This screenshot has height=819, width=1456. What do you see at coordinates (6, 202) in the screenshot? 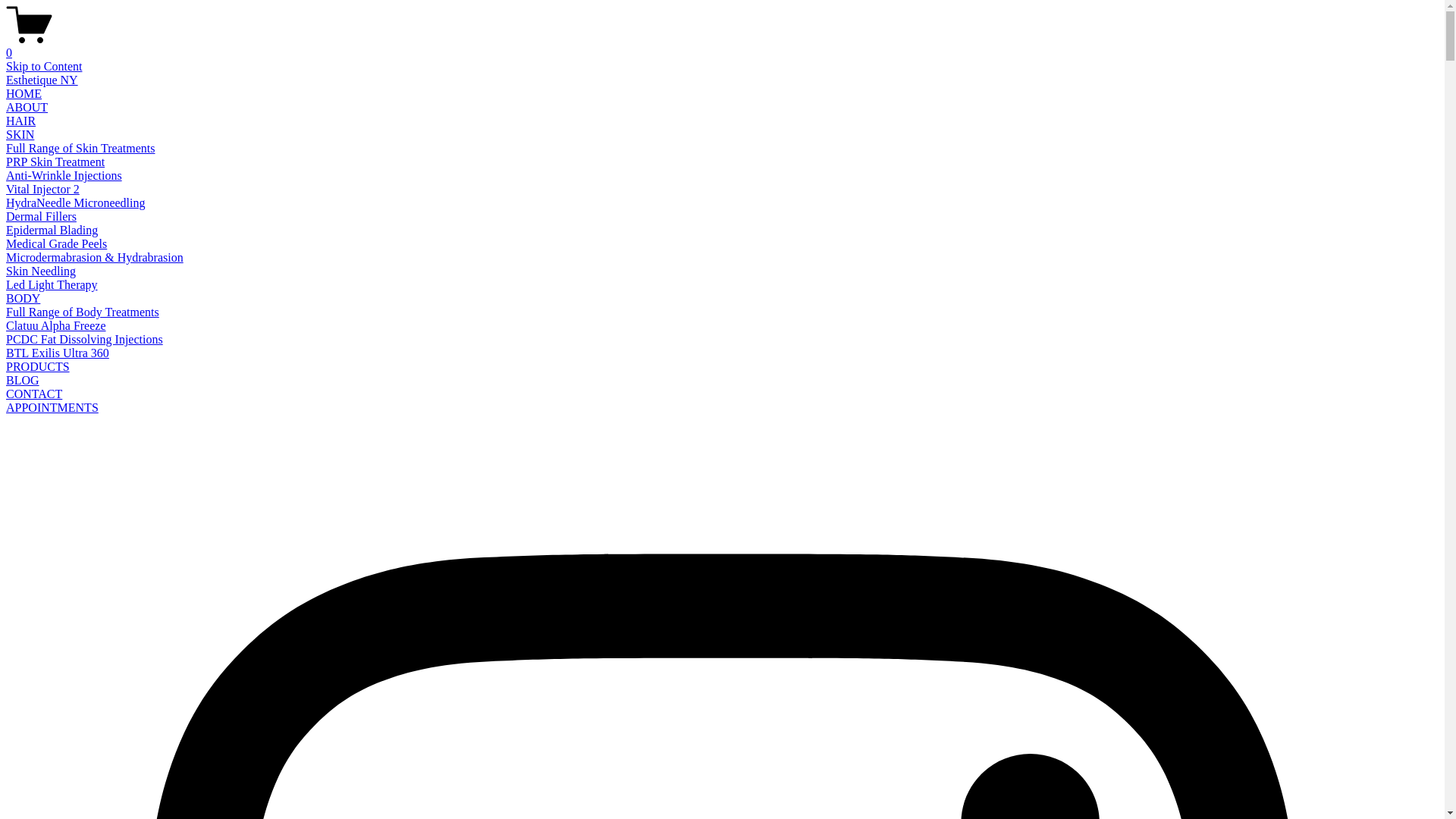
I see `'HydraNeedle Microneedling'` at bounding box center [6, 202].